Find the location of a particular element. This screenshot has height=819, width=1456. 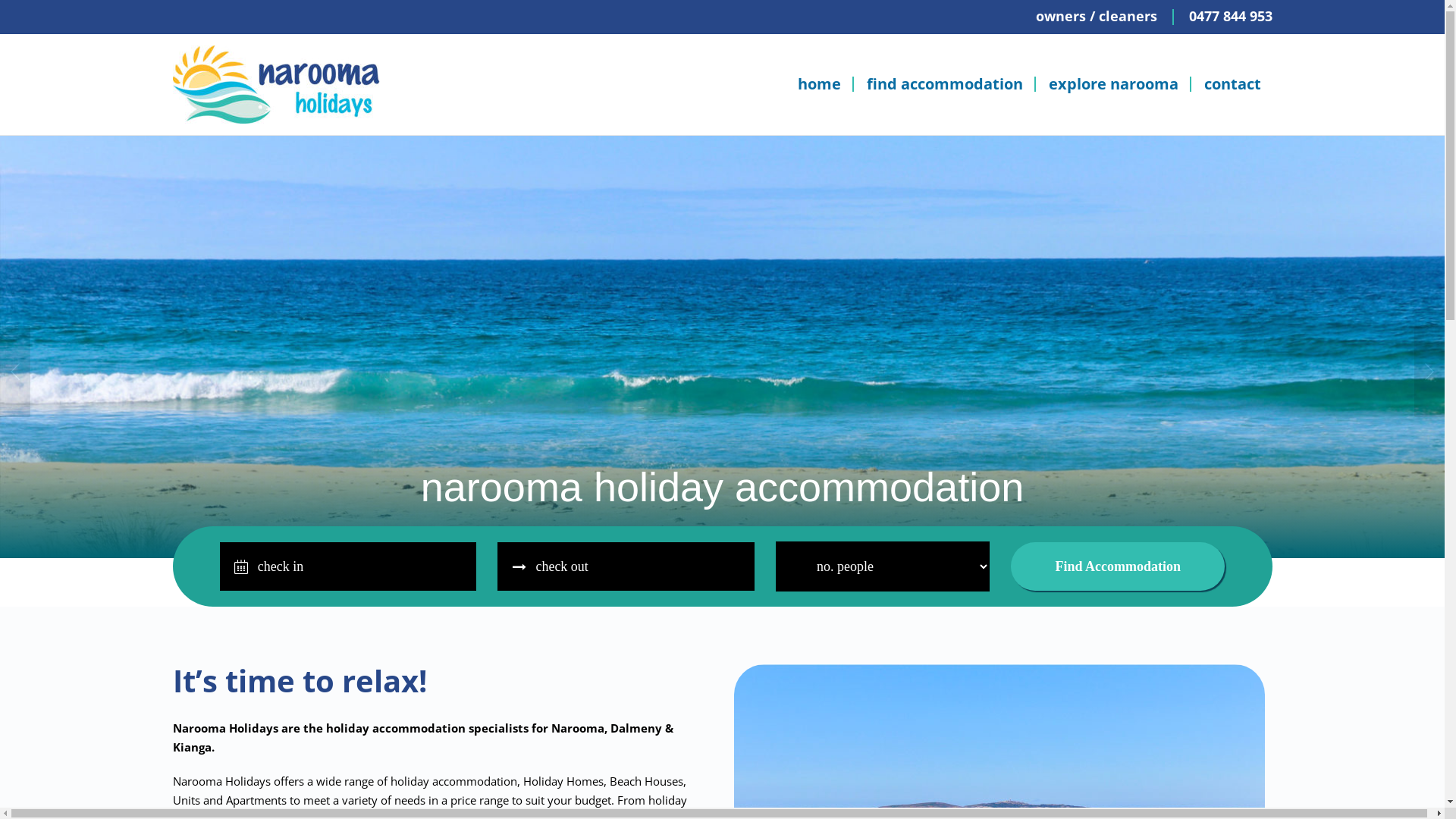

'find accommodation' is located at coordinates (945, 84).